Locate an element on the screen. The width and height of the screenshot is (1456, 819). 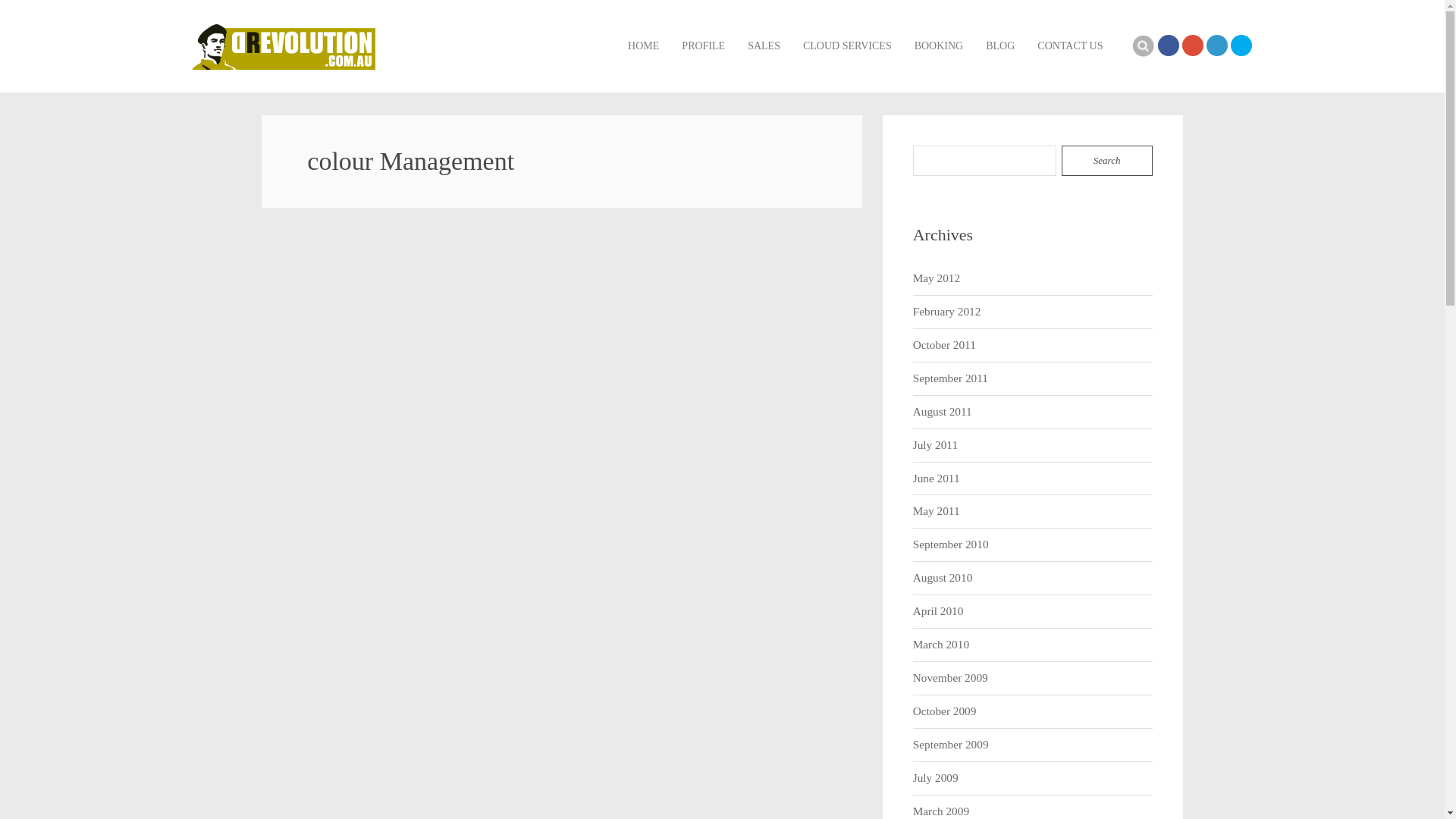
'Search' is located at coordinates (1143, 45).